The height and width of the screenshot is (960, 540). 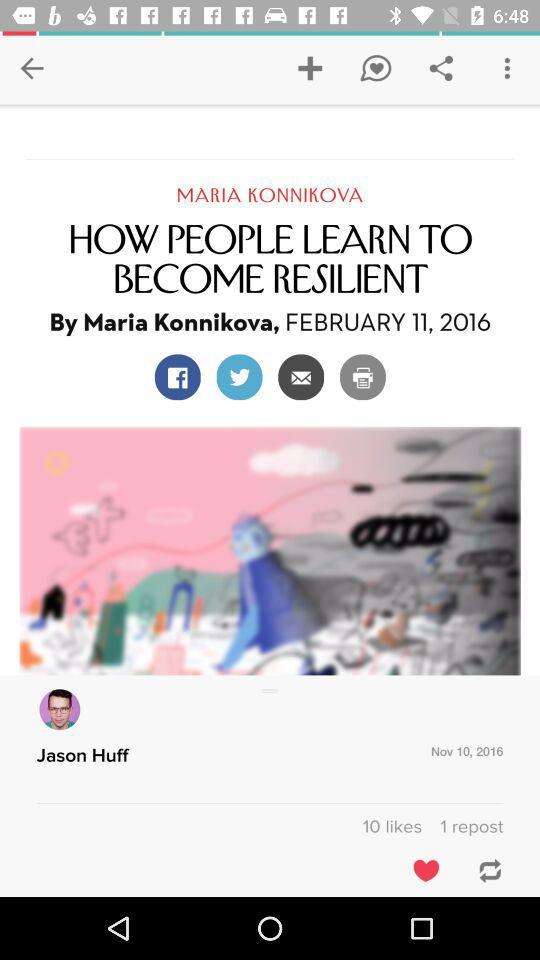 What do you see at coordinates (425, 869) in the screenshot?
I see `the favorite icon` at bounding box center [425, 869].